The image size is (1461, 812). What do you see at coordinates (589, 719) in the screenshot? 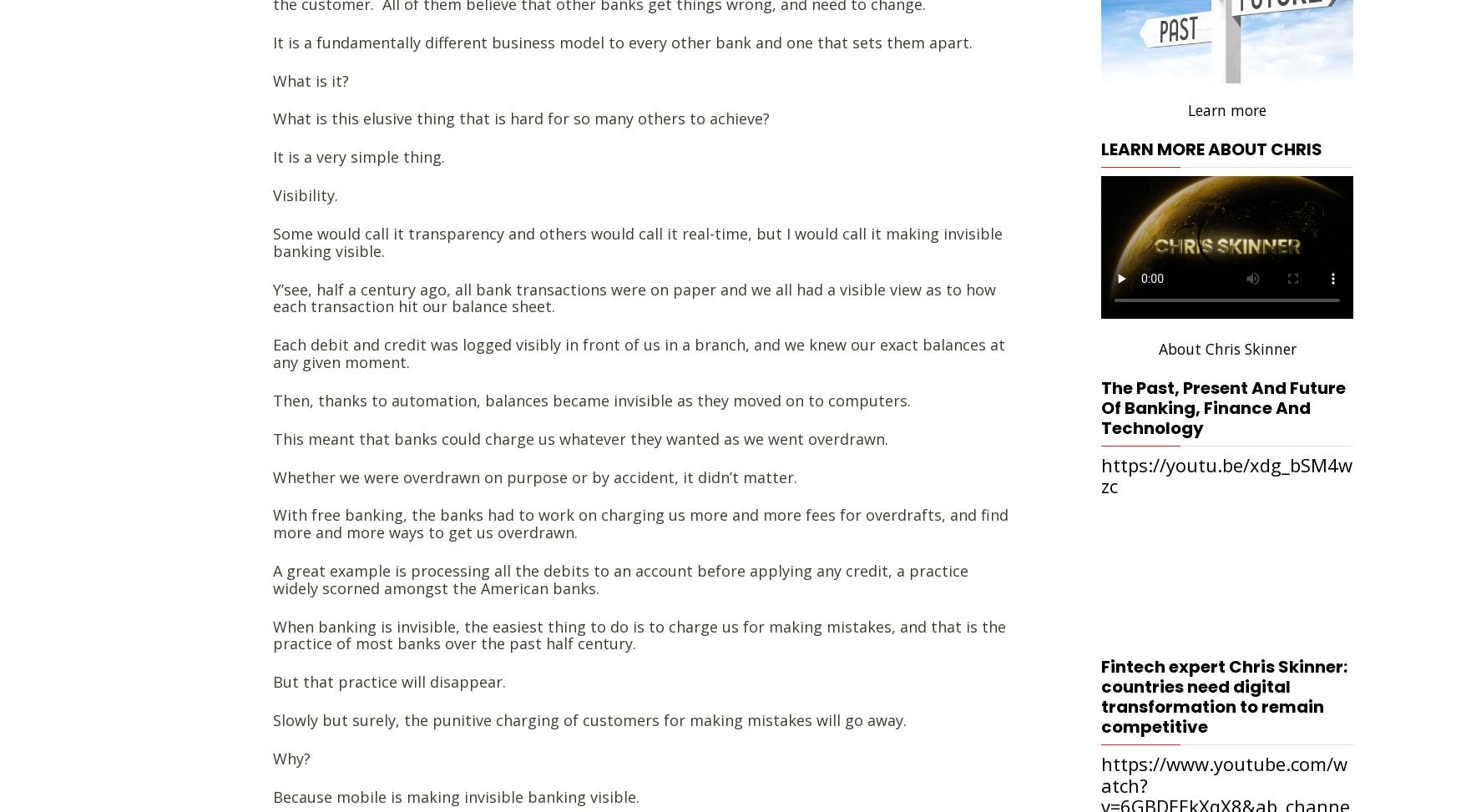
I see `'Slowly but surely, the punitive charging of customers for making mistakes will go away.'` at bounding box center [589, 719].